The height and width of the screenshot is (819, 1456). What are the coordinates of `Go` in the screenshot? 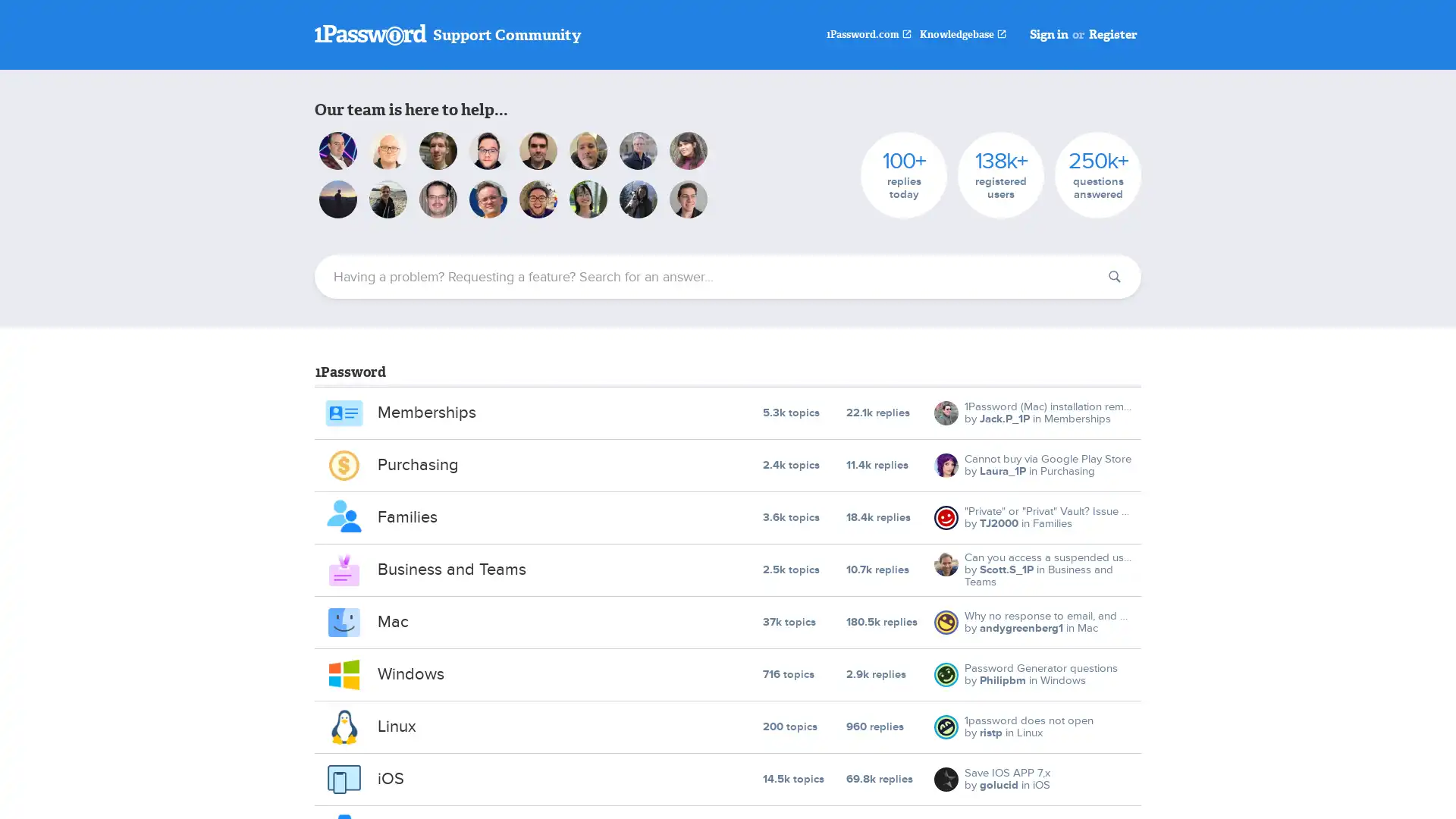 It's located at (1114, 277).